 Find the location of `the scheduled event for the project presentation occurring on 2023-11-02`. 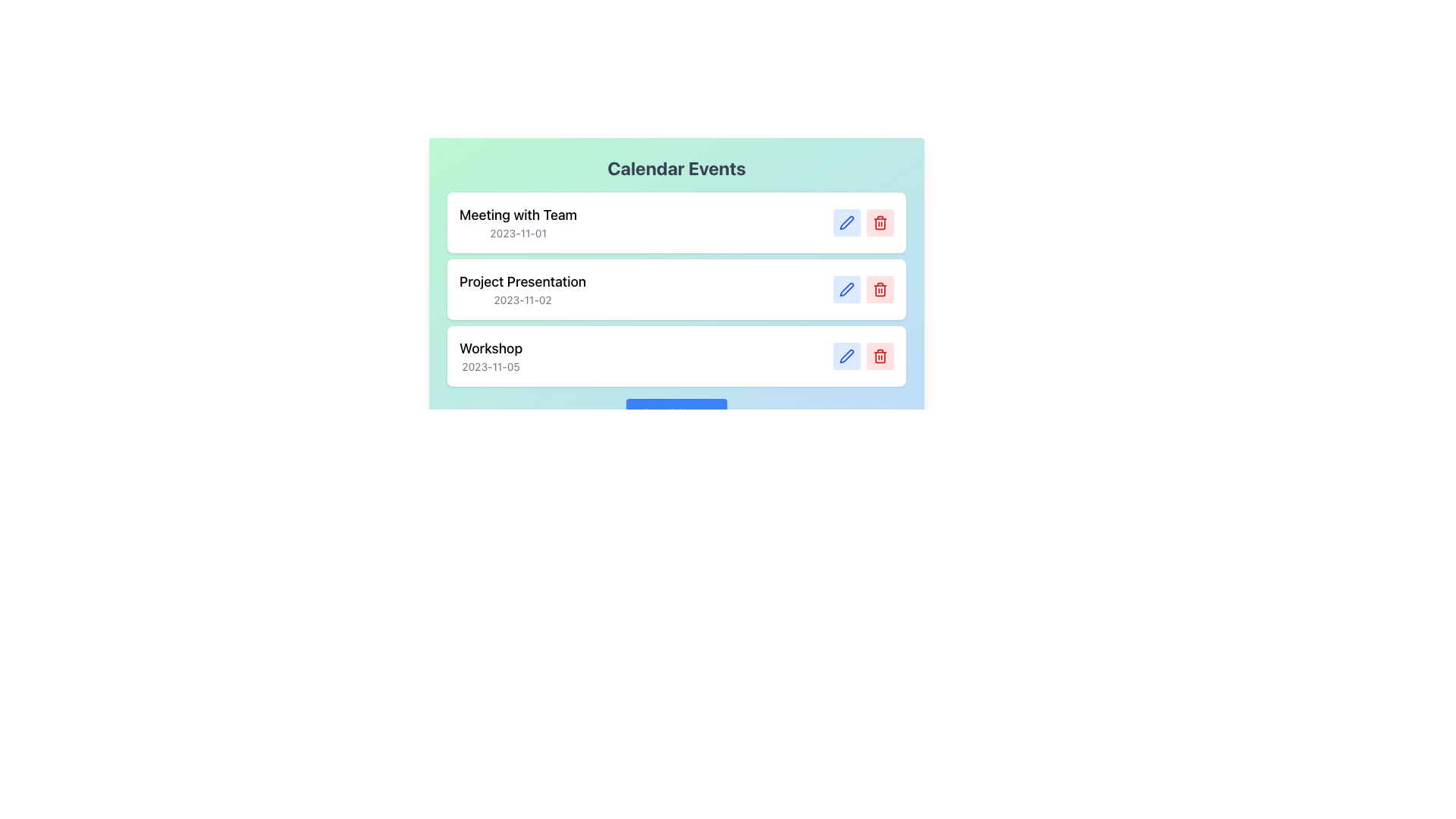

the scheduled event for the project presentation occurring on 2023-11-02 is located at coordinates (676, 289).